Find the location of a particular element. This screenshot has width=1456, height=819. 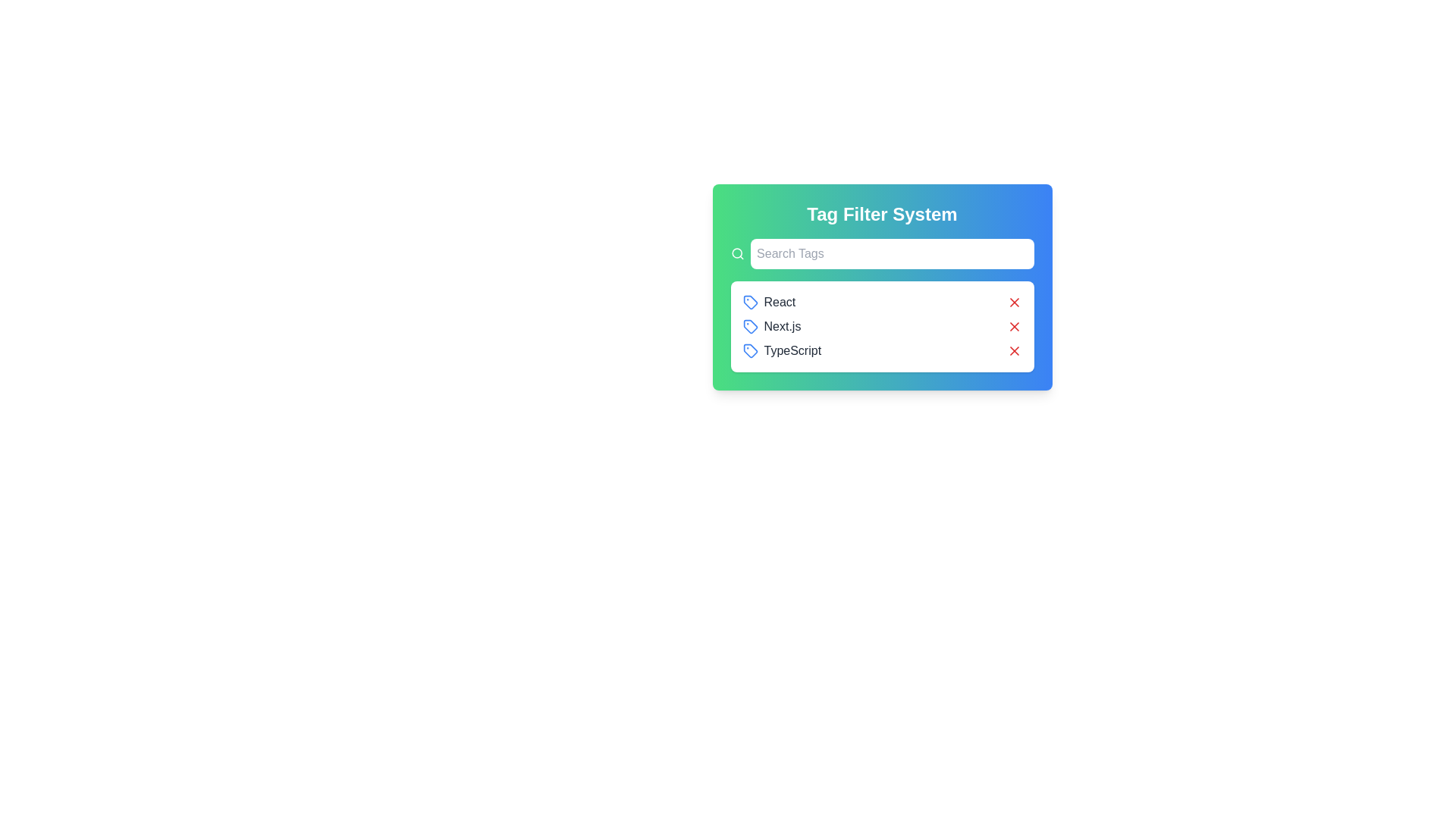

the first row in the tag filter system is located at coordinates (882, 302).